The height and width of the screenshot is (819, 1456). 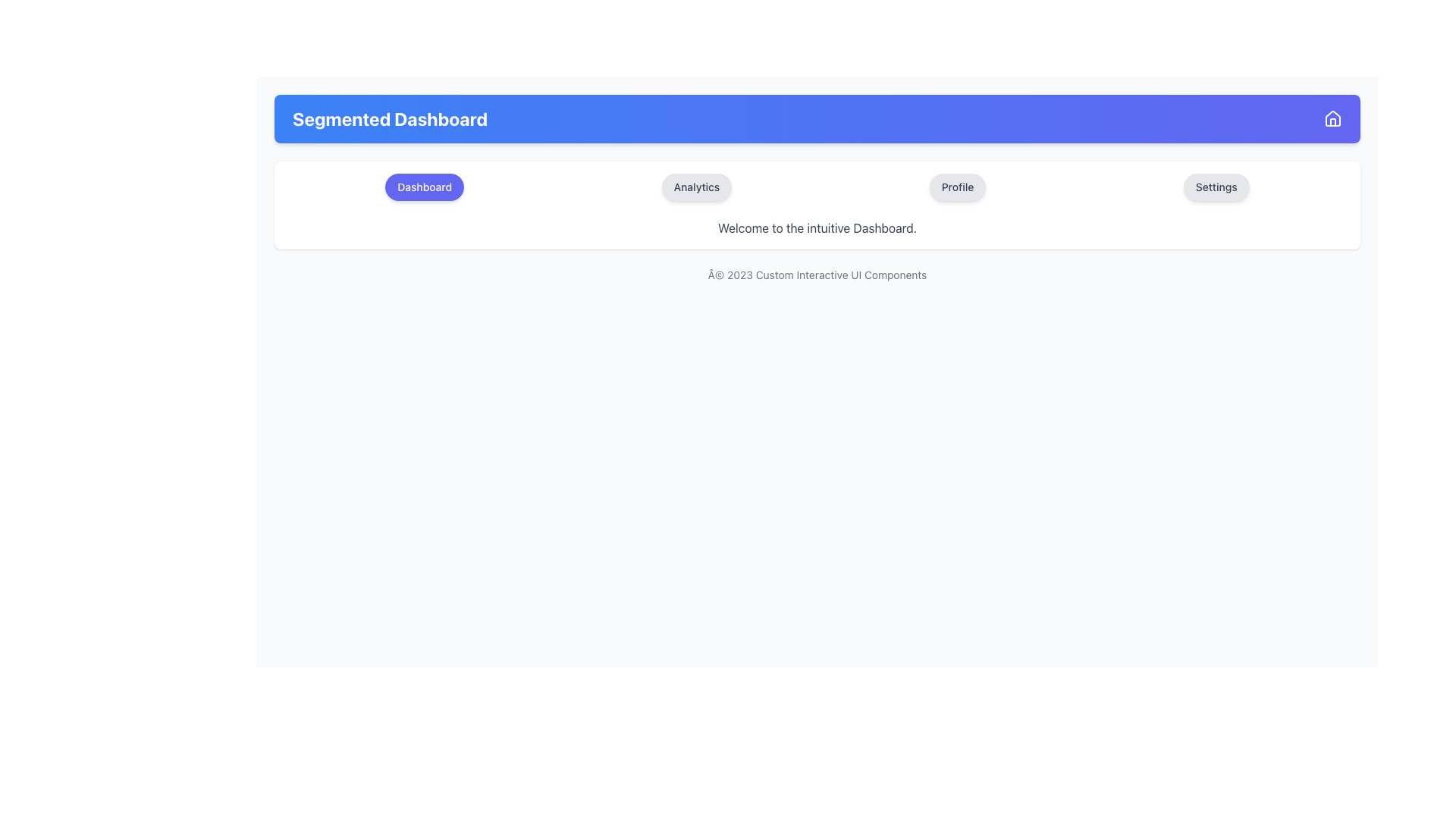 What do you see at coordinates (695, 186) in the screenshot?
I see `the 'Analytics' button, which is the second button in a row of four buttons` at bounding box center [695, 186].